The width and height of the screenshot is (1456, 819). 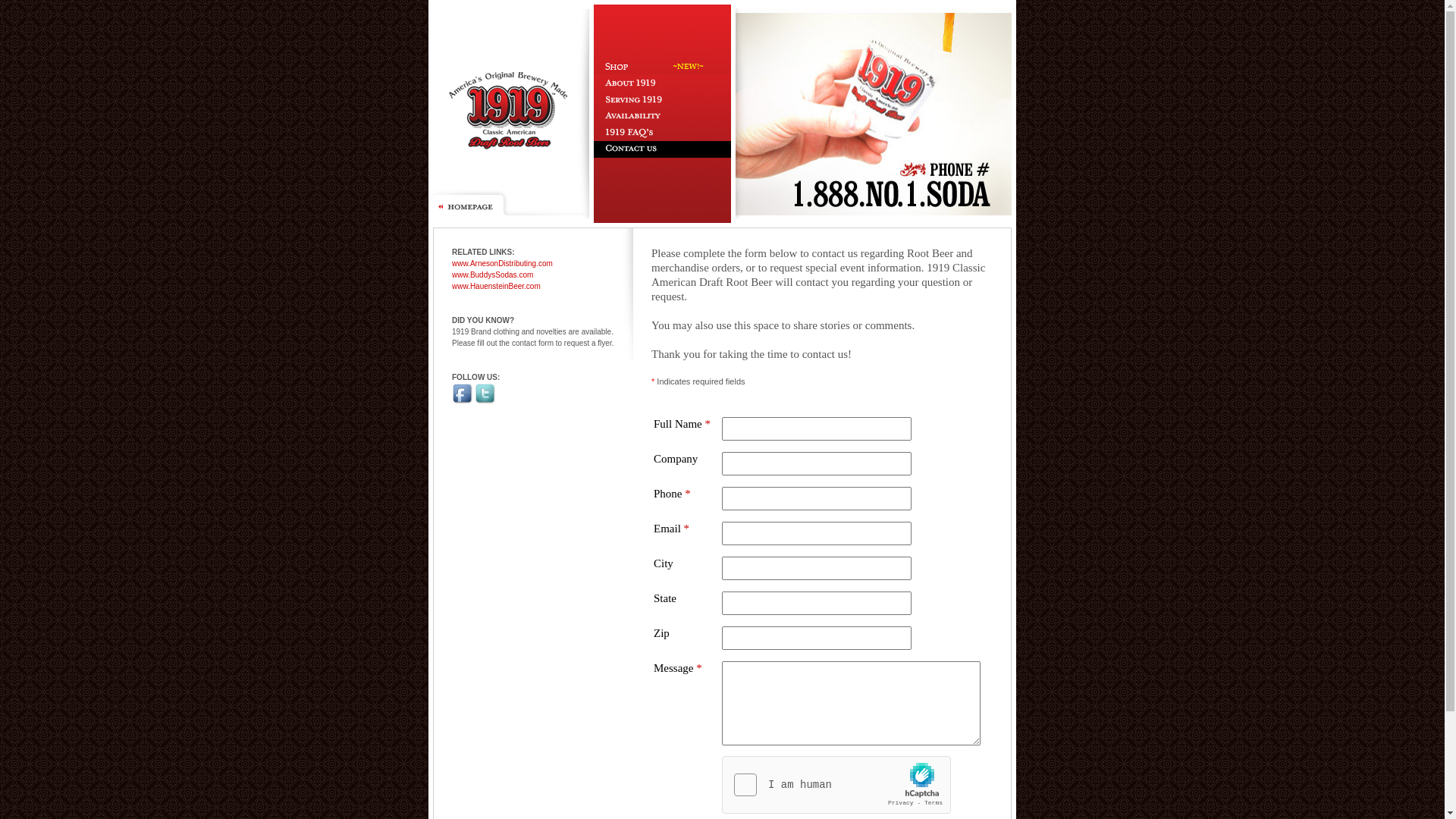 What do you see at coordinates (836, 785) in the screenshot?
I see `'Widget containing checkbox for hCaptcha security challenge'` at bounding box center [836, 785].